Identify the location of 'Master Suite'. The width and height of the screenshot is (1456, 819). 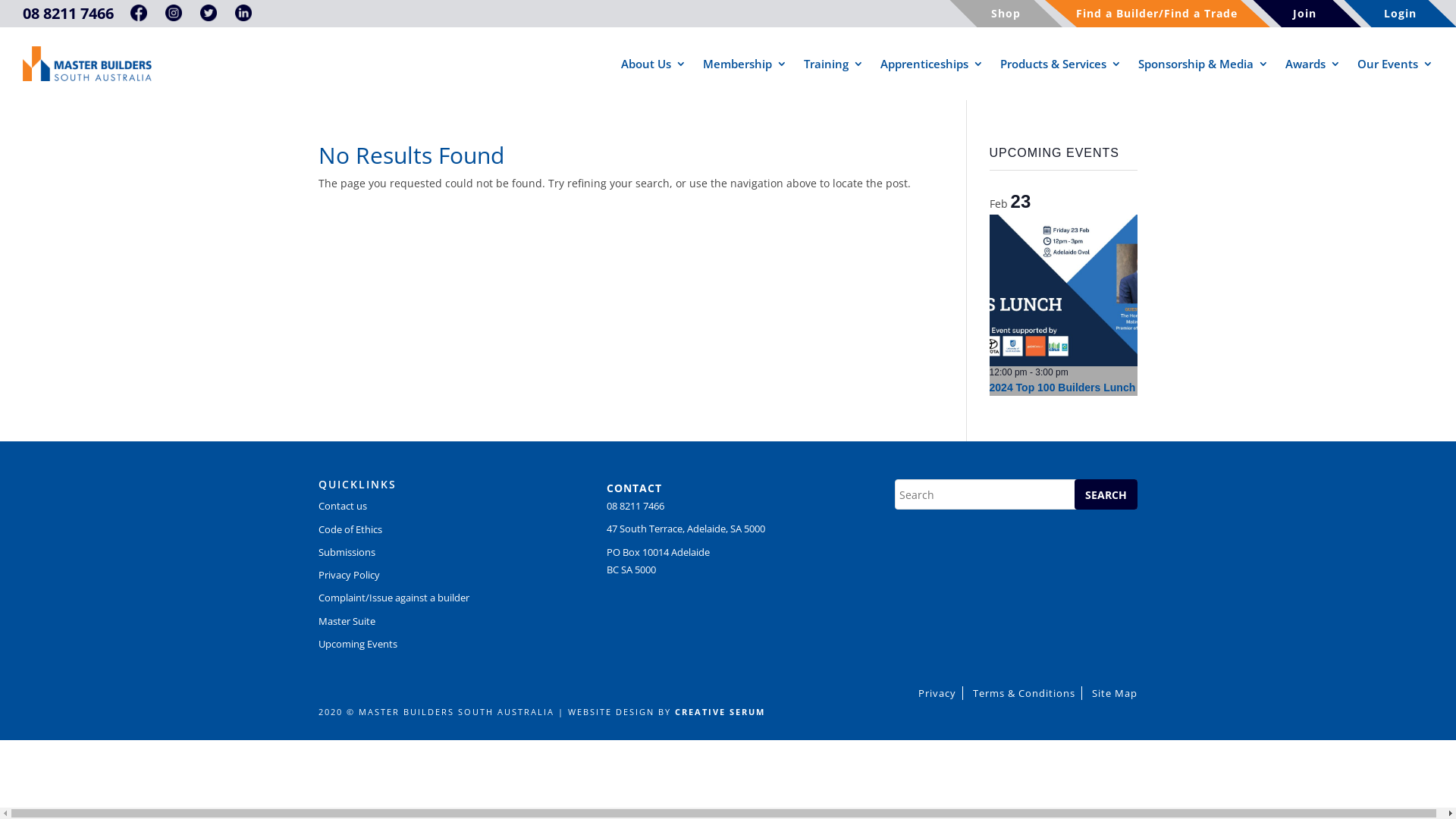
(346, 620).